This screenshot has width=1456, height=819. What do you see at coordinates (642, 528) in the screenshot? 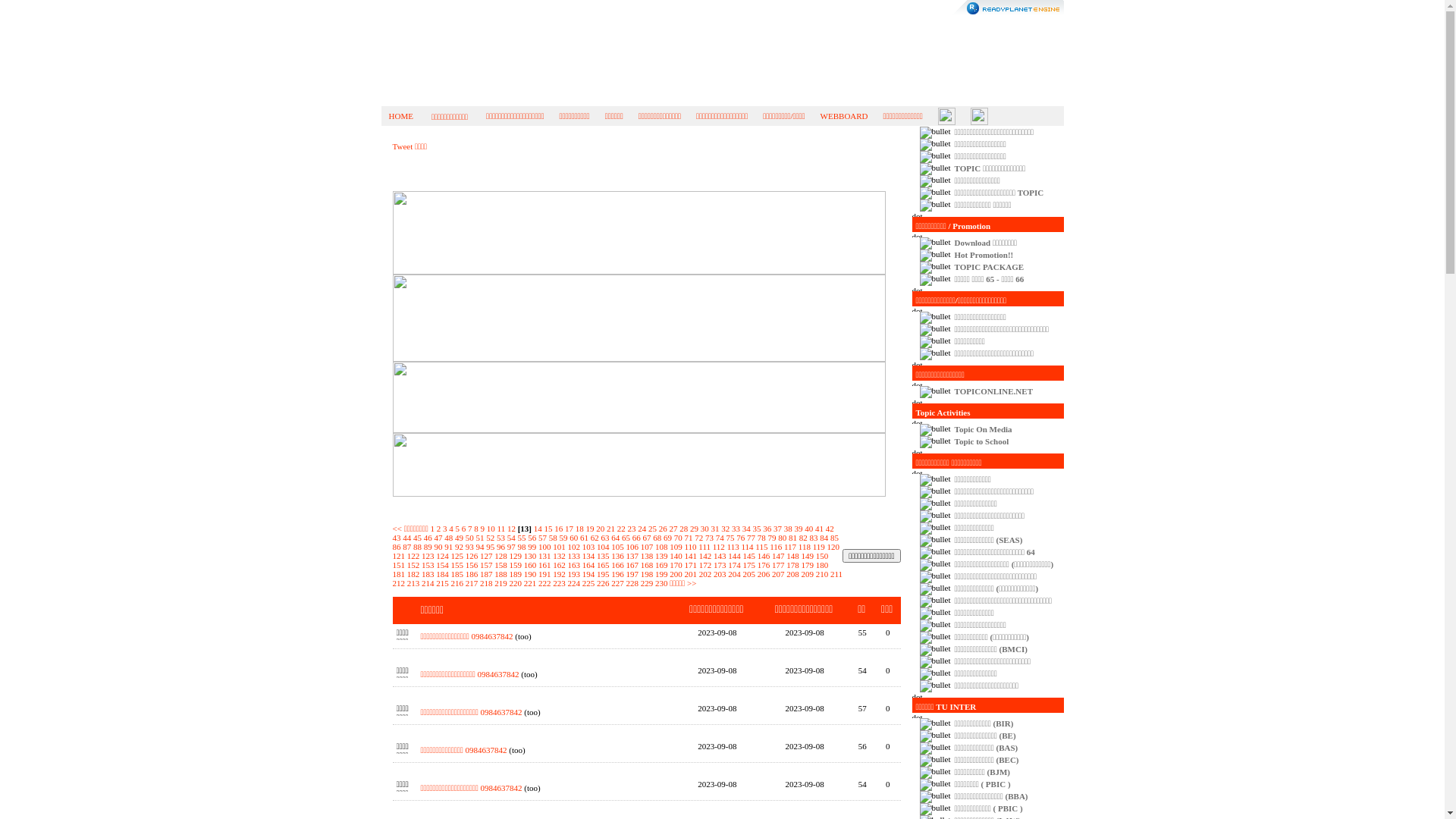
I see `'24'` at bounding box center [642, 528].